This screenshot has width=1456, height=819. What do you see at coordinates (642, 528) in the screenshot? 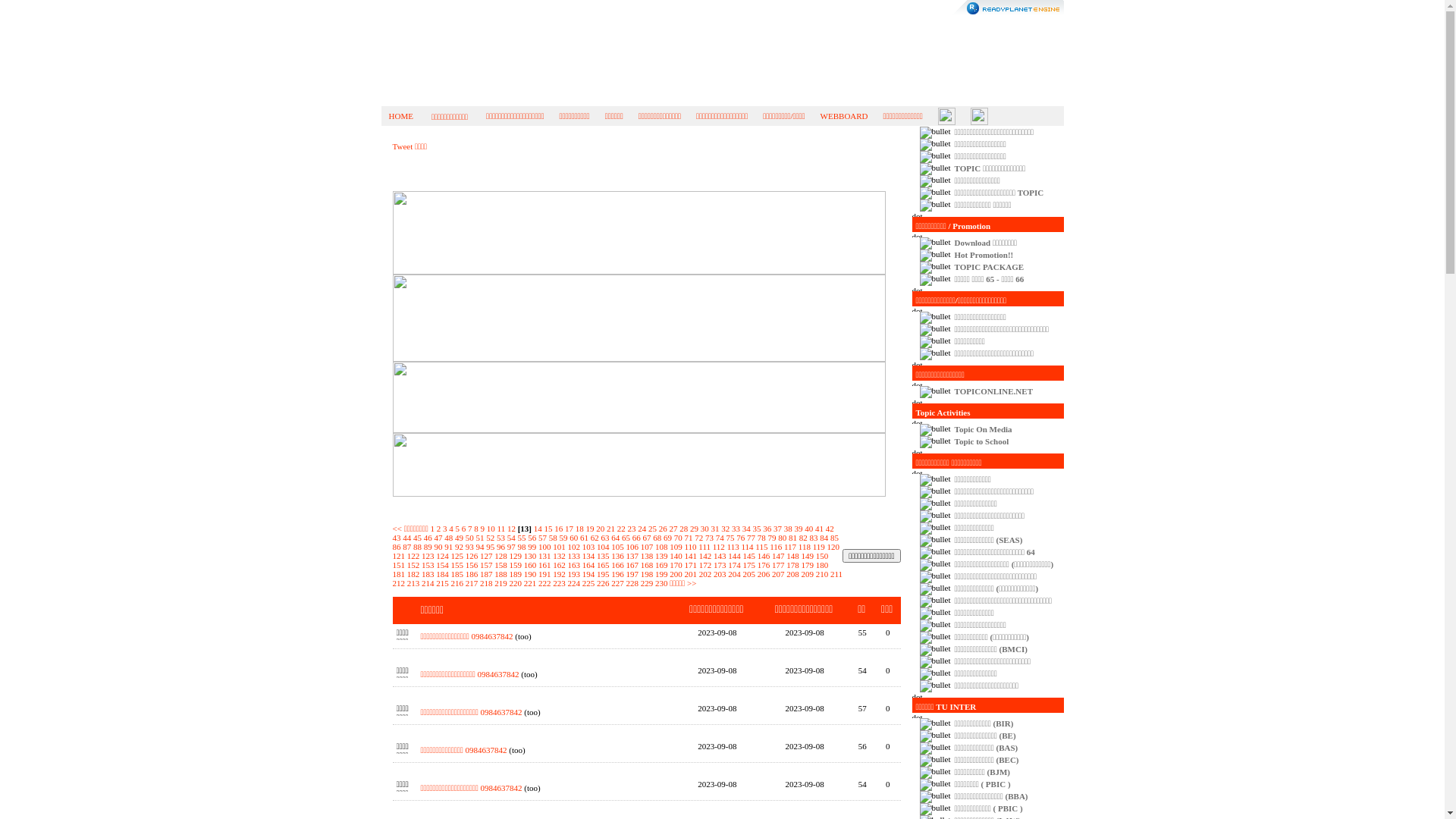
I see `'24'` at bounding box center [642, 528].